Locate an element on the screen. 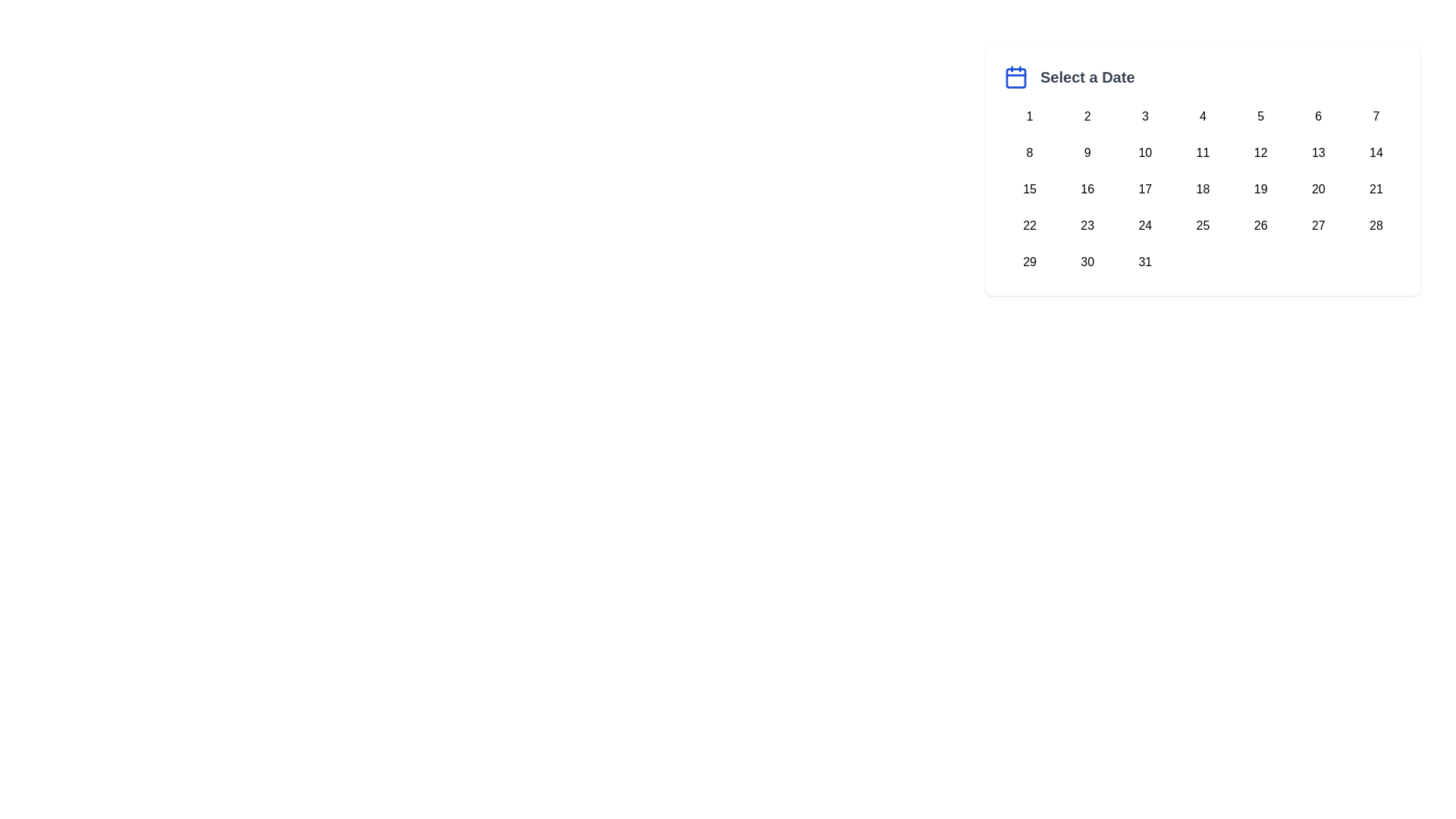  the date selector button for date '8' located in the second row and first column of the calendar grid under the 'Select a Date' label is located at coordinates (1030, 152).